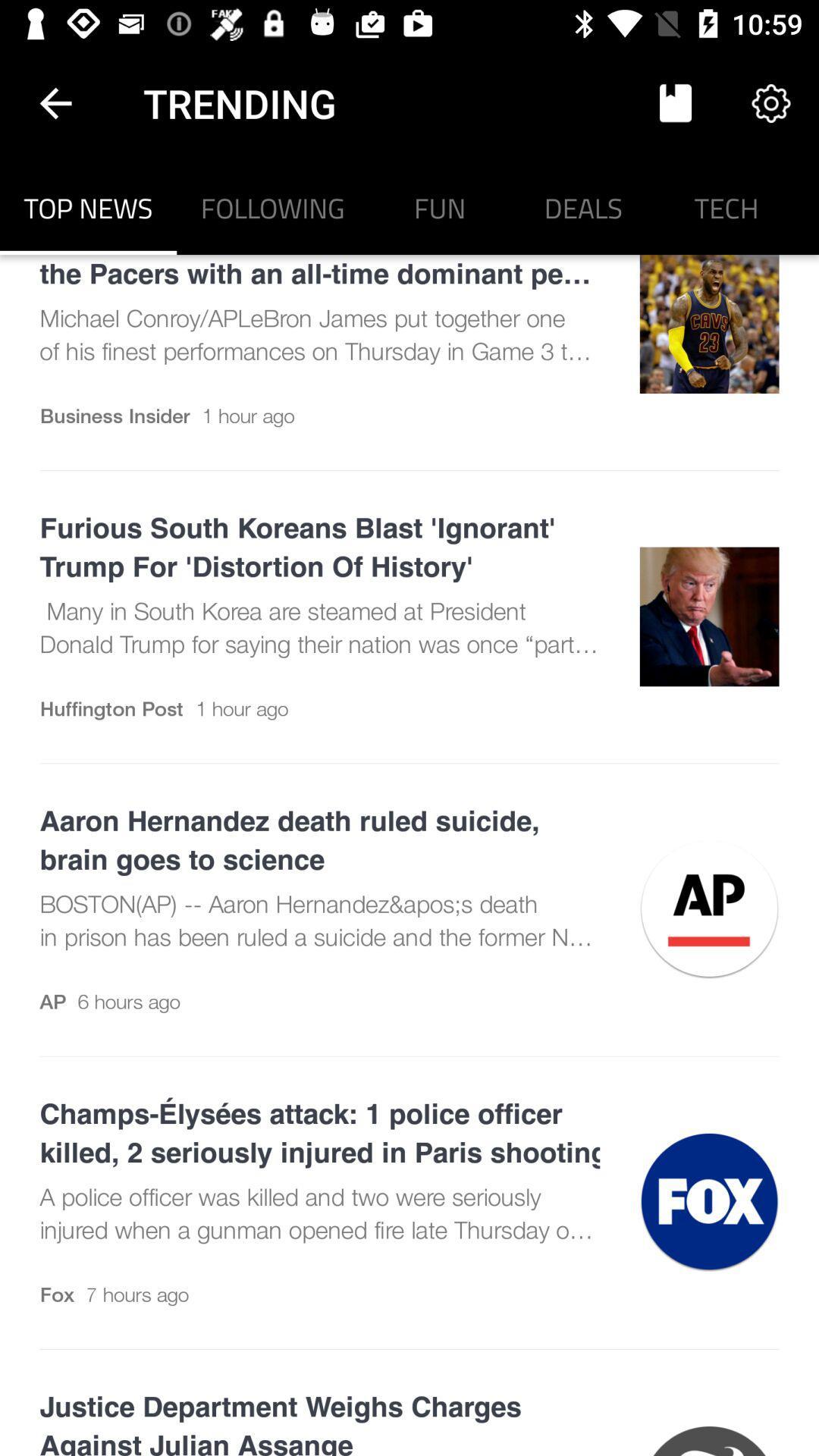 This screenshot has width=819, height=1456. Describe the element at coordinates (771, 102) in the screenshot. I see `item above tech` at that location.